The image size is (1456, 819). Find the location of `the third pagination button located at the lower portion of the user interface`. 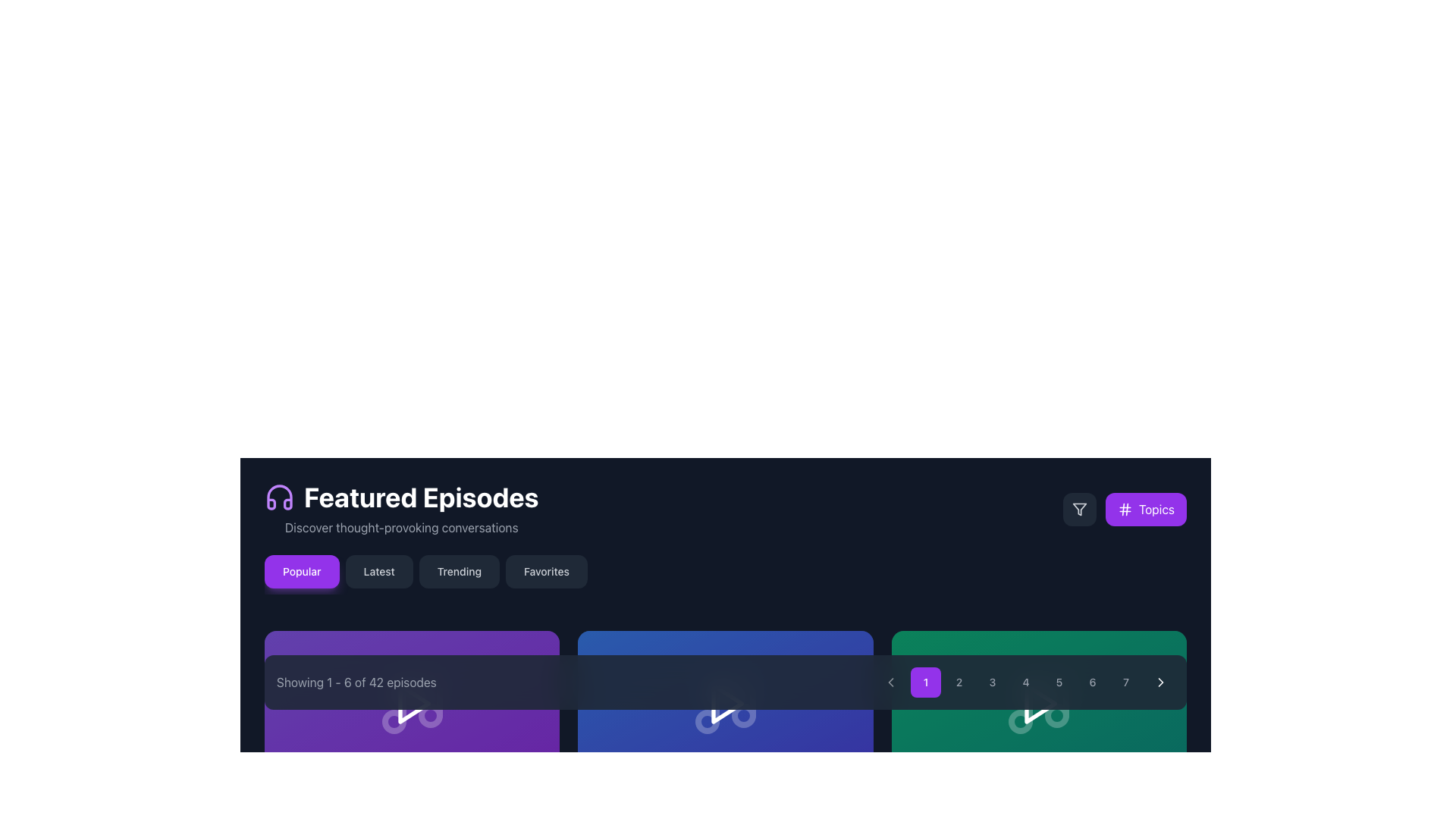

the third pagination button located at the lower portion of the user interface is located at coordinates (993, 681).